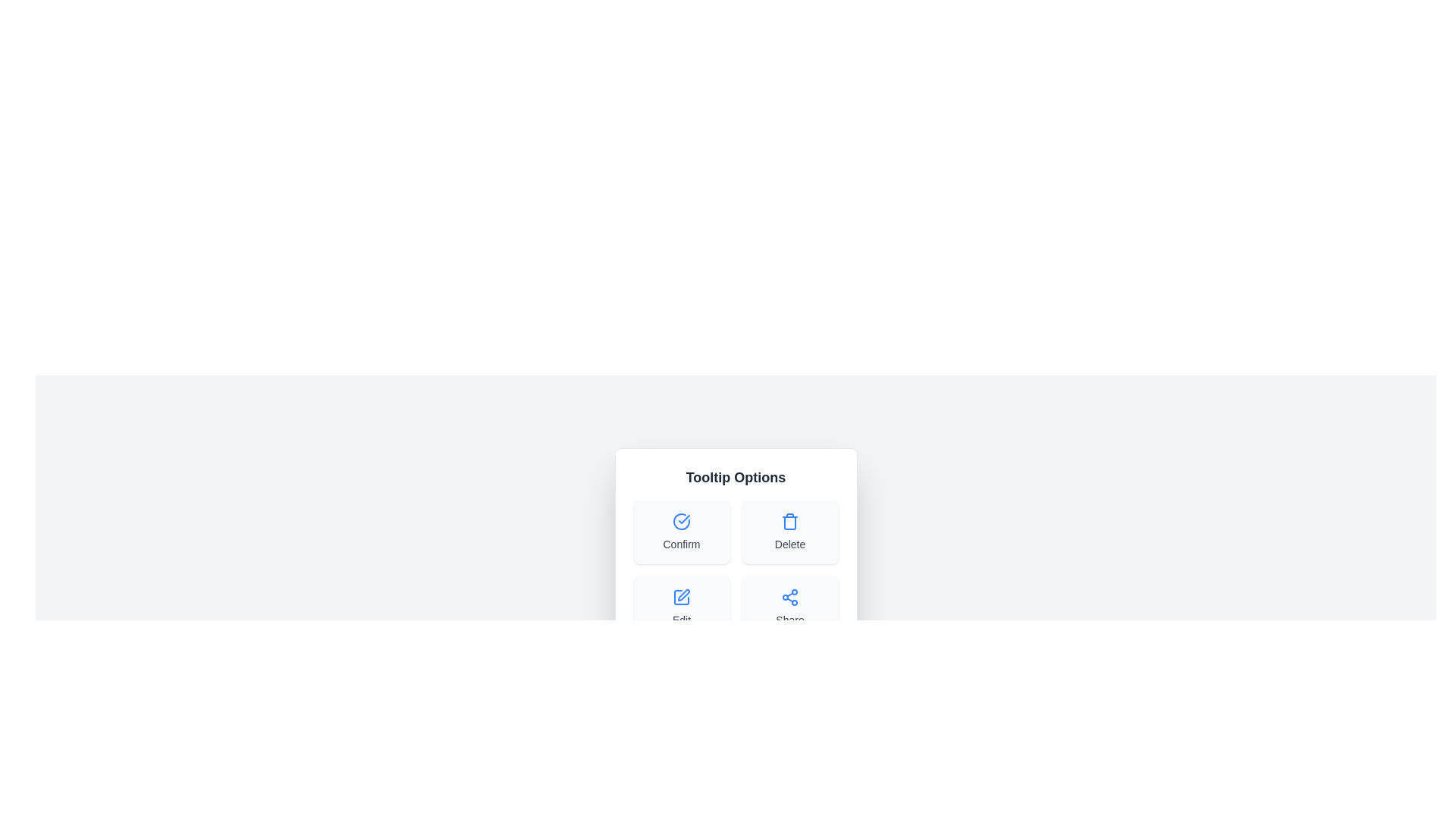 This screenshot has width=1456, height=819. I want to click on the delete button located in the top-right quadrant of the 2x2 grid layout, so click(789, 532).